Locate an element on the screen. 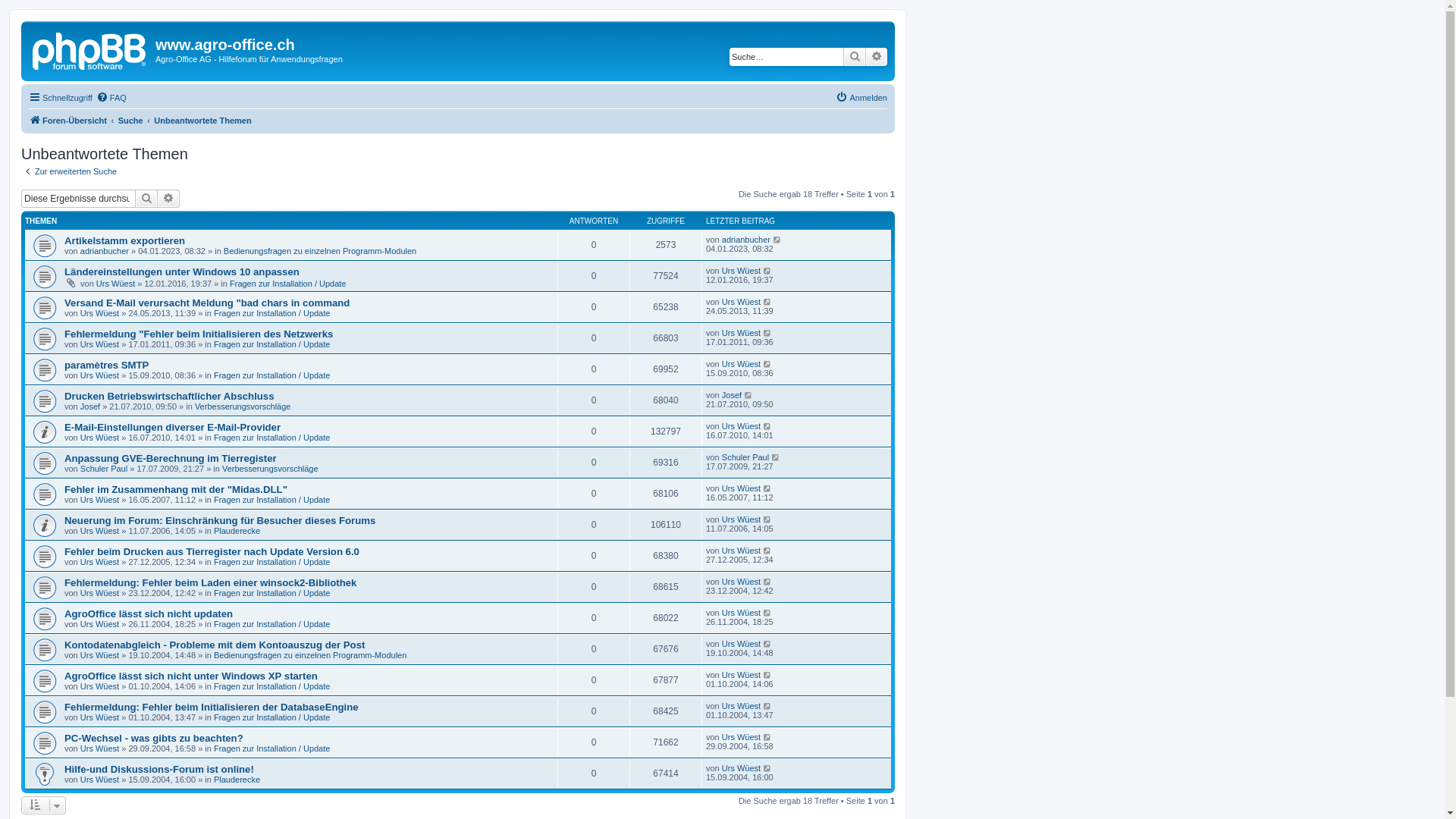 This screenshot has width=1456, height=819. 'Anzeige- und Sortierungs-Einstellungen' is located at coordinates (43, 804).